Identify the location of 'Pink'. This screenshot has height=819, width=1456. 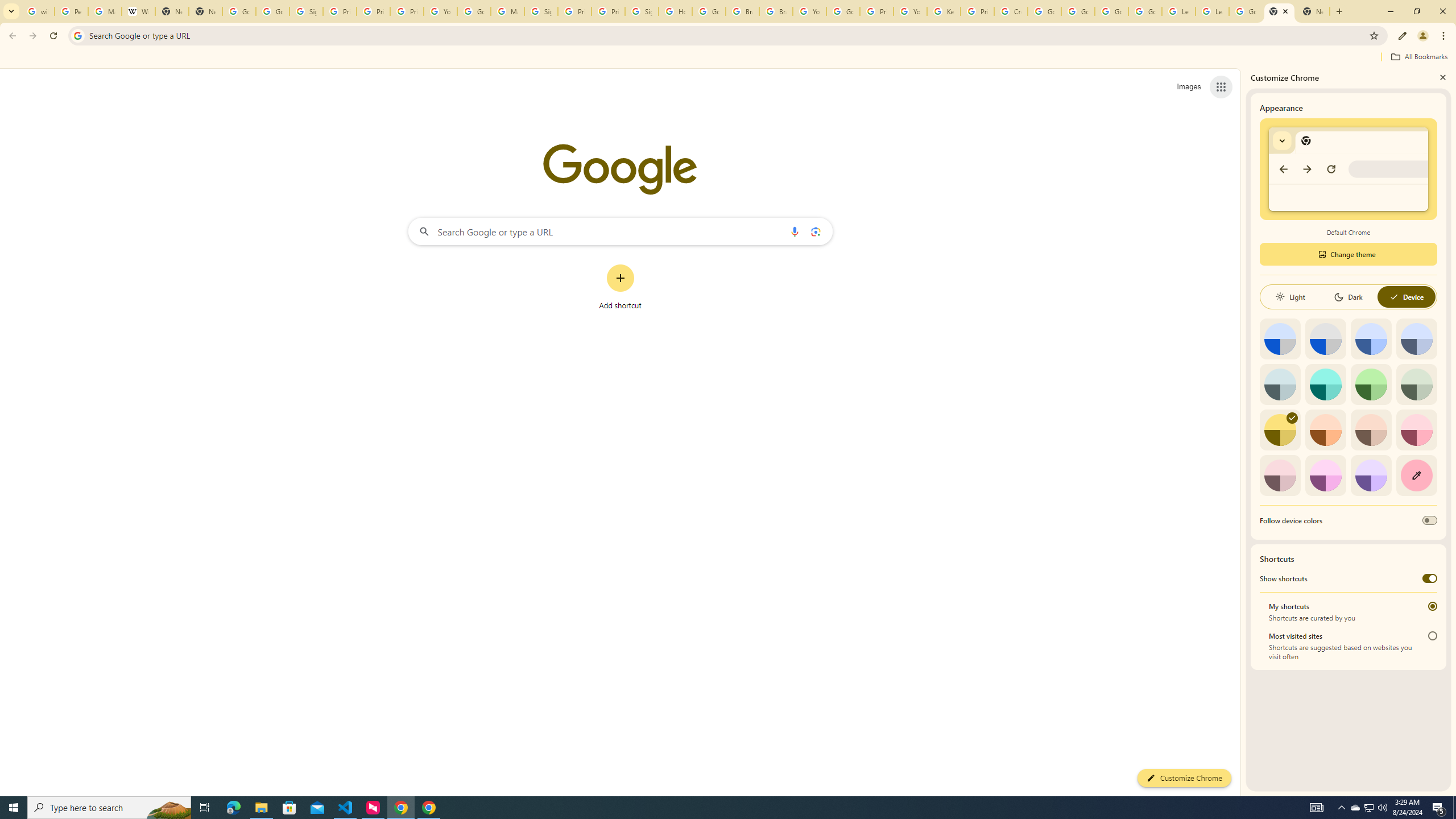
(1280, 475).